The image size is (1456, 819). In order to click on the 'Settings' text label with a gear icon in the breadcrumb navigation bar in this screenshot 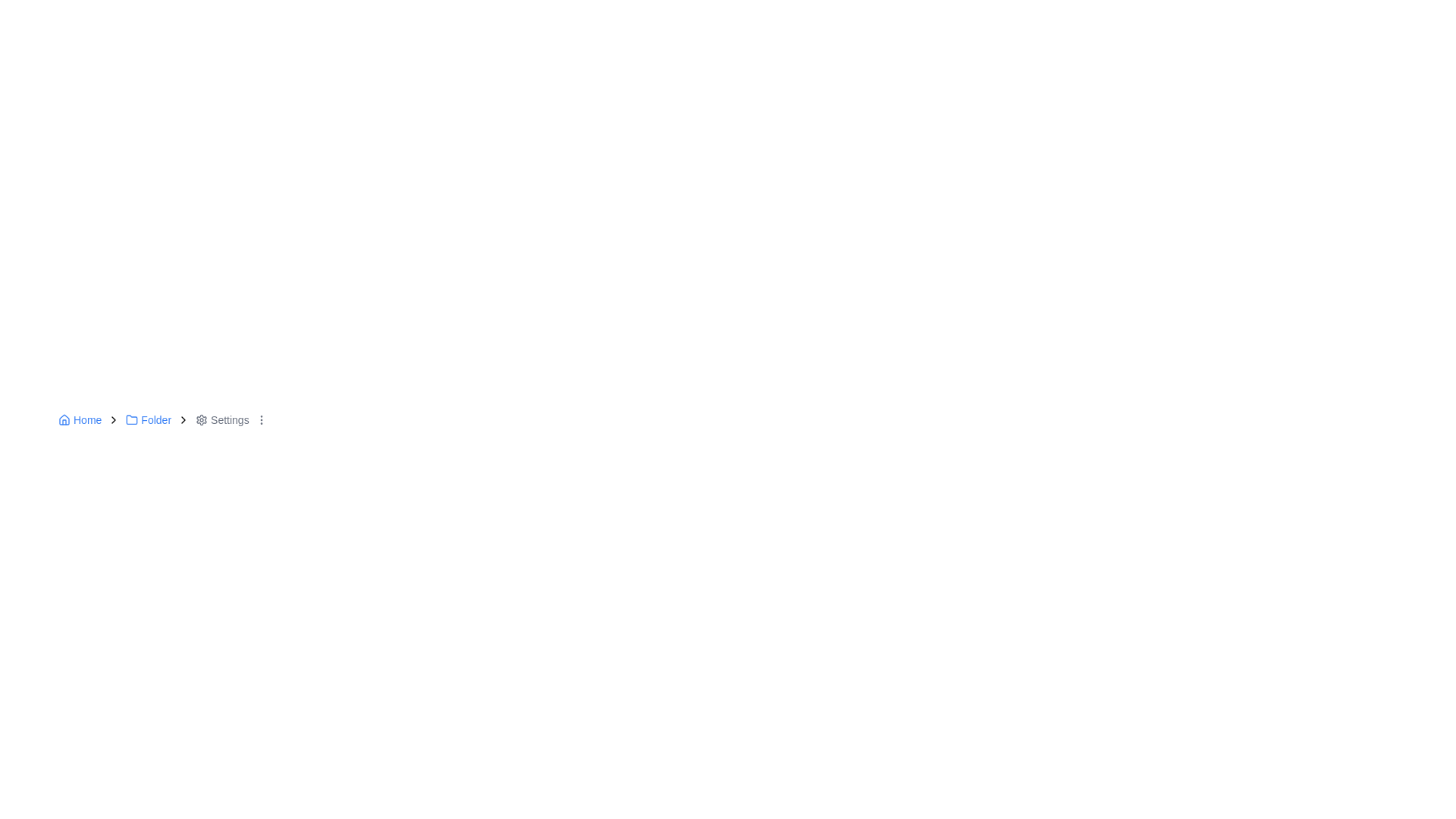, I will do `click(221, 420)`.